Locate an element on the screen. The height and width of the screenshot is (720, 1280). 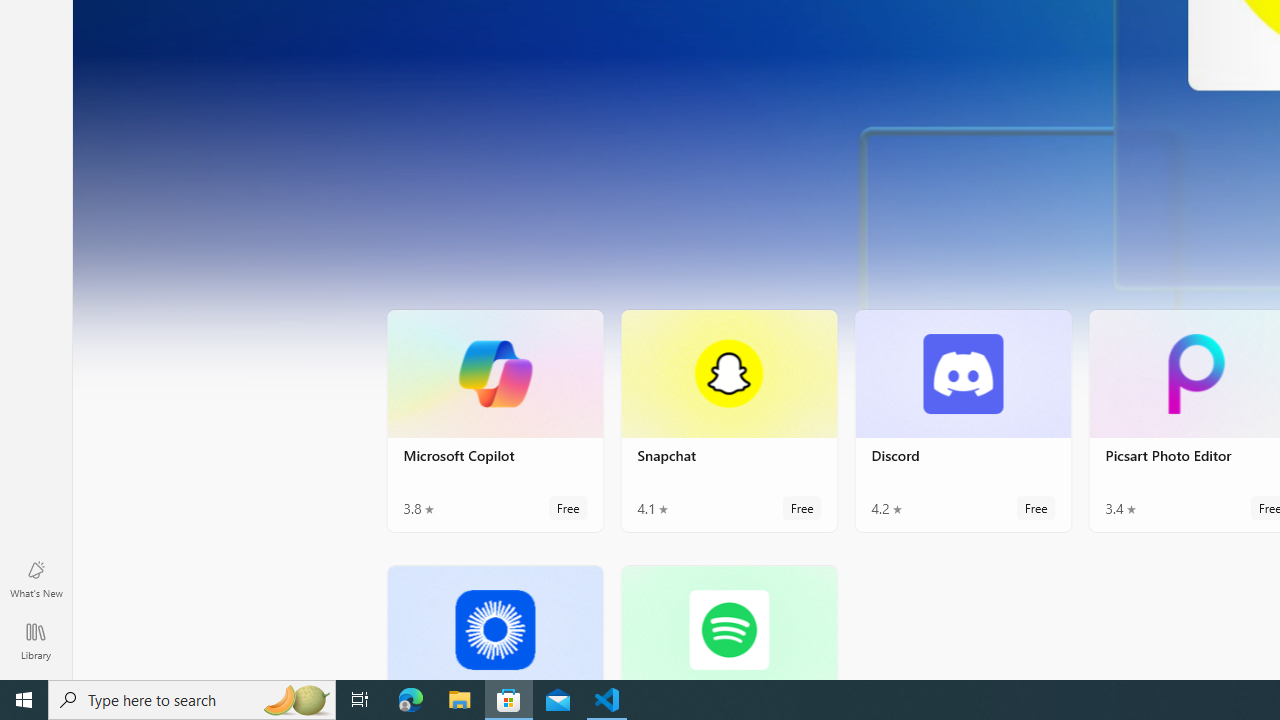
'Discord. Average rating of 4.2 out of five stars. Free  ' is located at coordinates (963, 419).